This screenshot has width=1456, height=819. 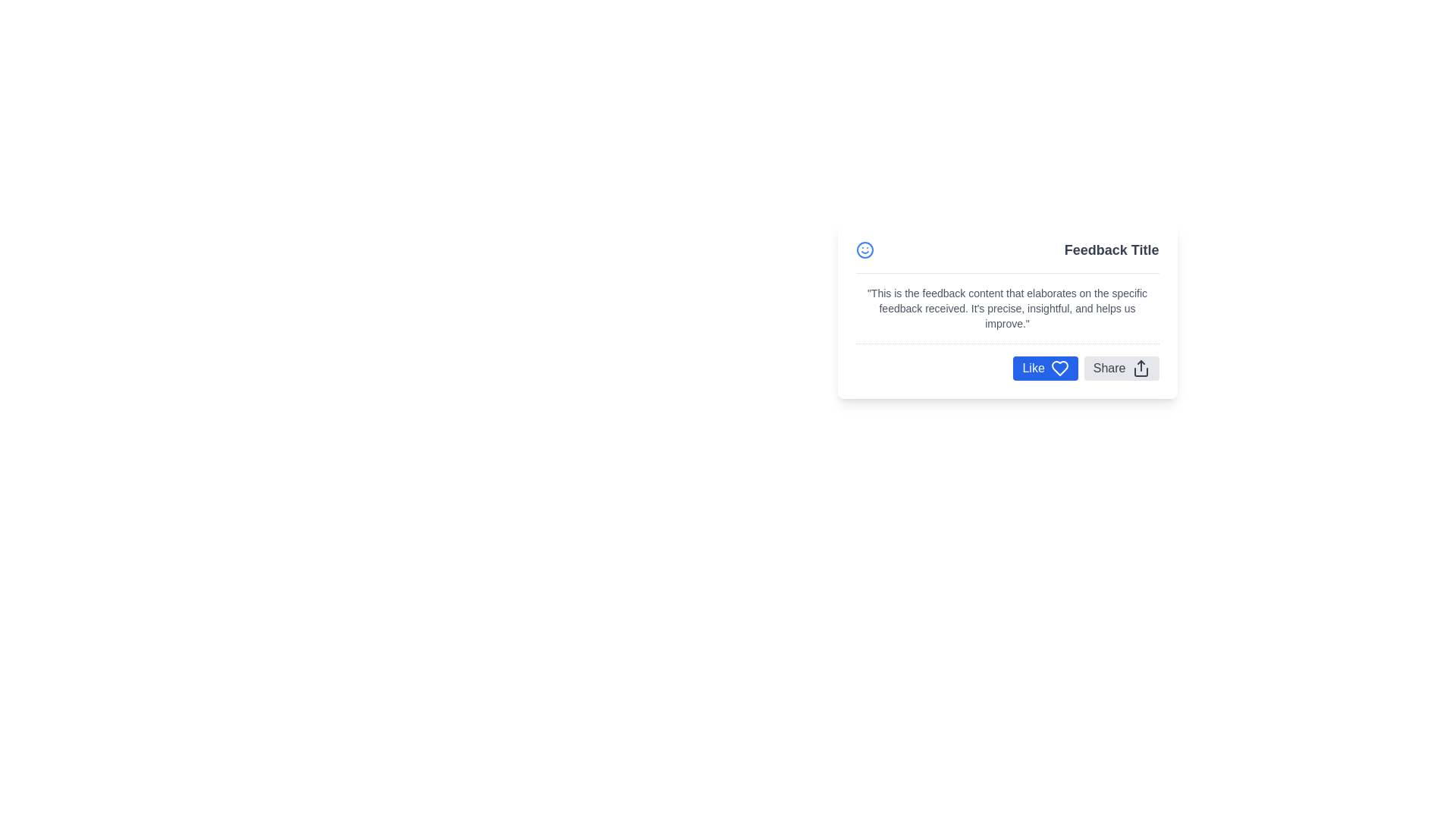 I want to click on the 'Like' button, which is part of a horizontal layout at the bottom of the feedback card, featuring a blue background and a heart icon, to express a positive response, so click(x=1007, y=369).